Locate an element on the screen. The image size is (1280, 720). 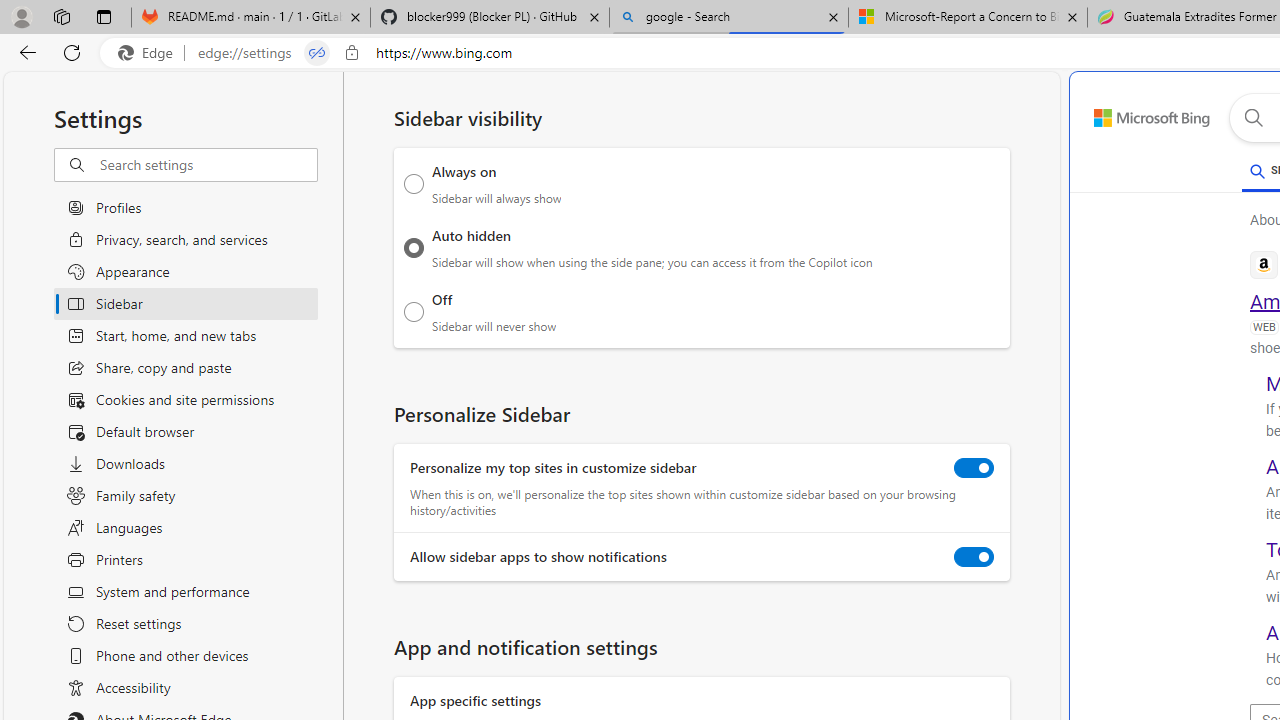
'Tabs in split screen' is located at coordinates (316, 52).